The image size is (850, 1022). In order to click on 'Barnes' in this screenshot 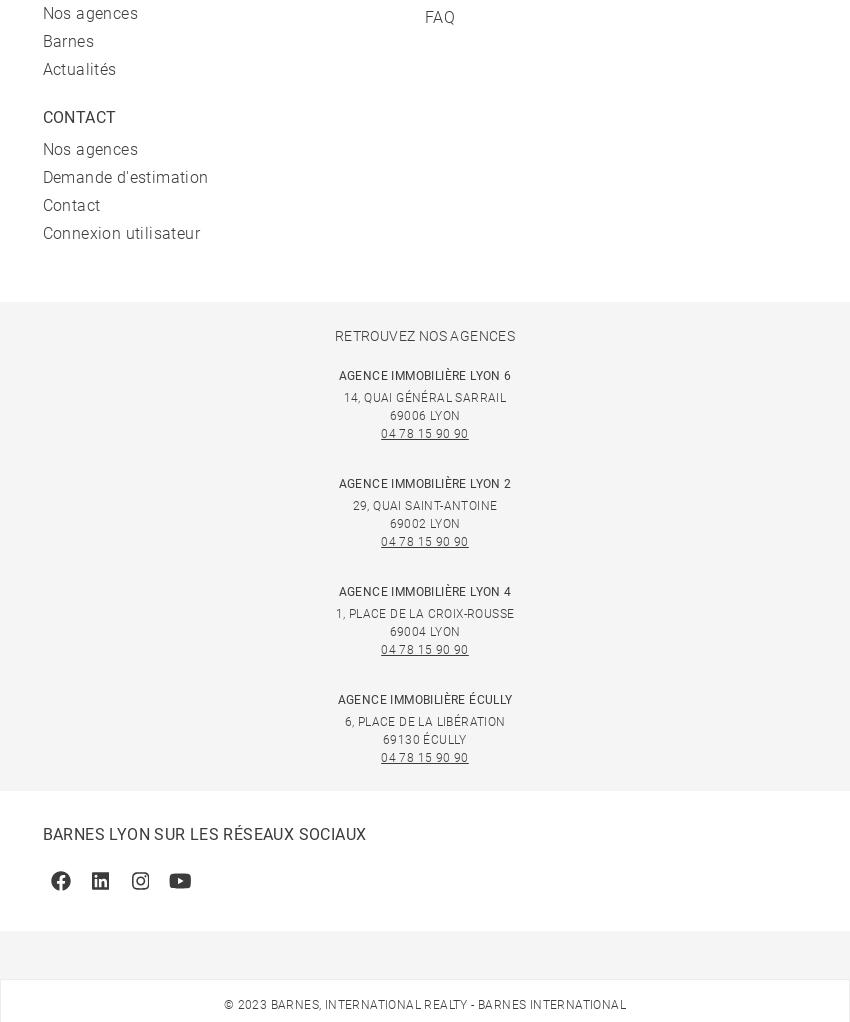, I will do `click(40, 41)`.